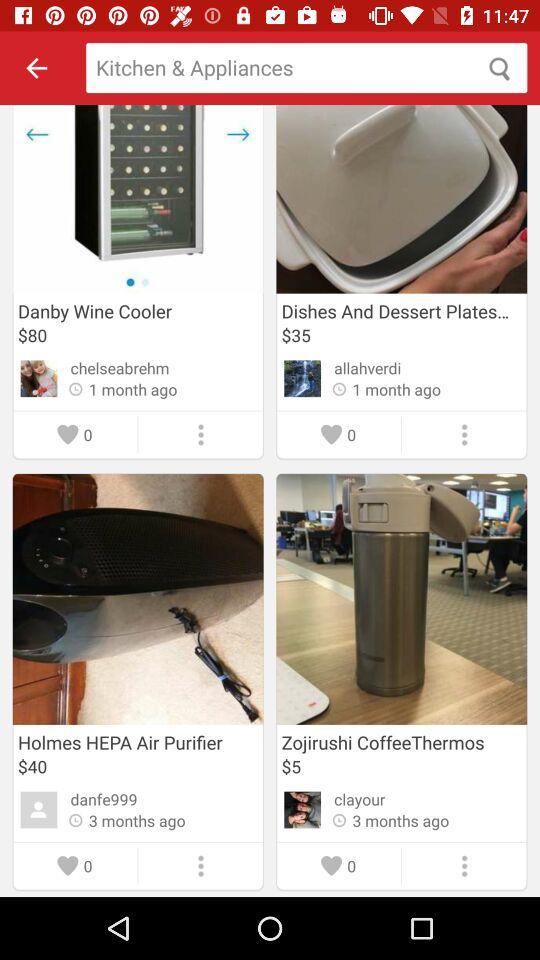  What do you see at coordinates (366, 367) in the screenshot?
I see `the icon above 1 month ago item` at bounding box center [366, 367].